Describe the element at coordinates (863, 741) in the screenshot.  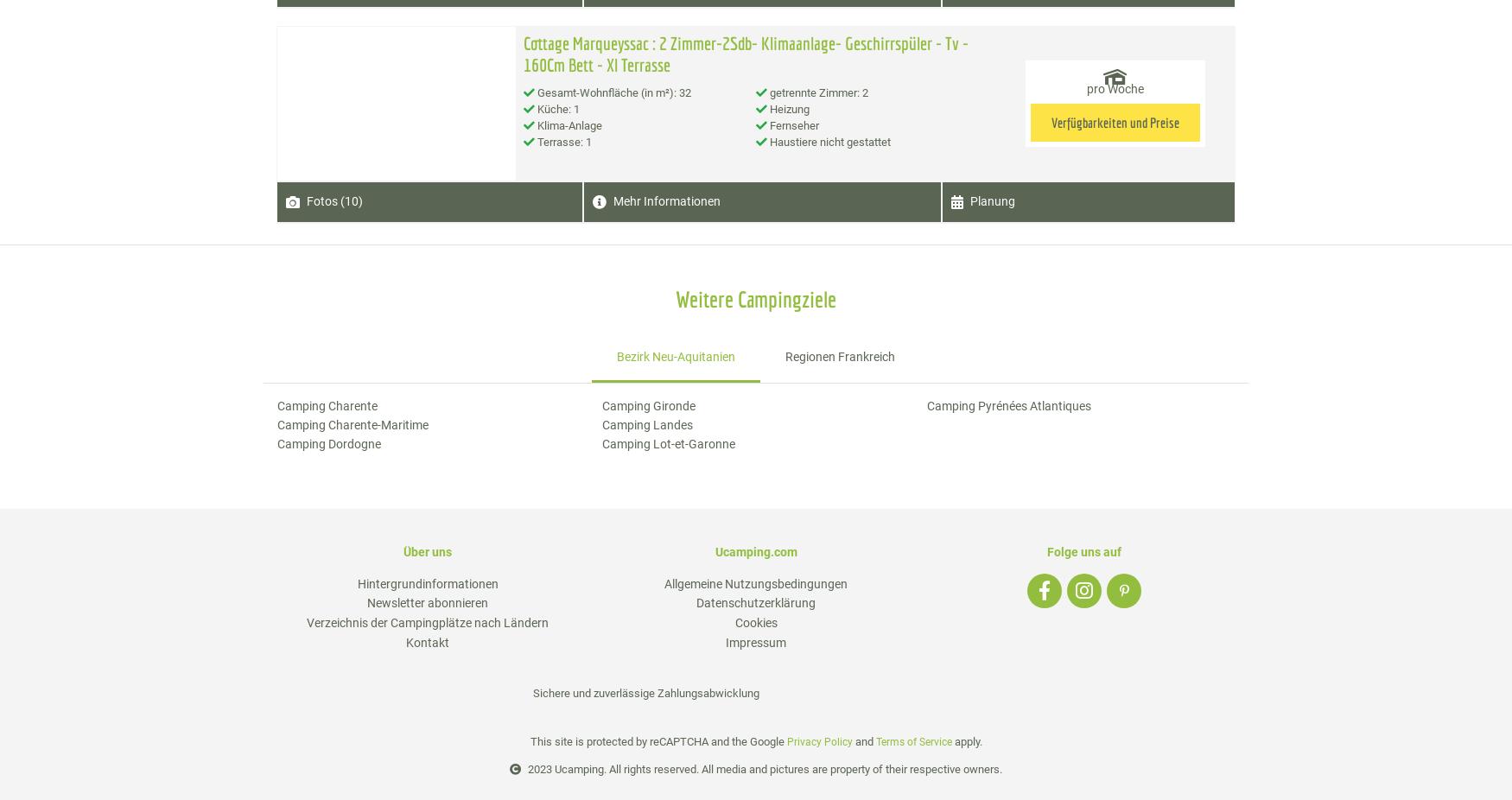
I see `'and'` at that location.